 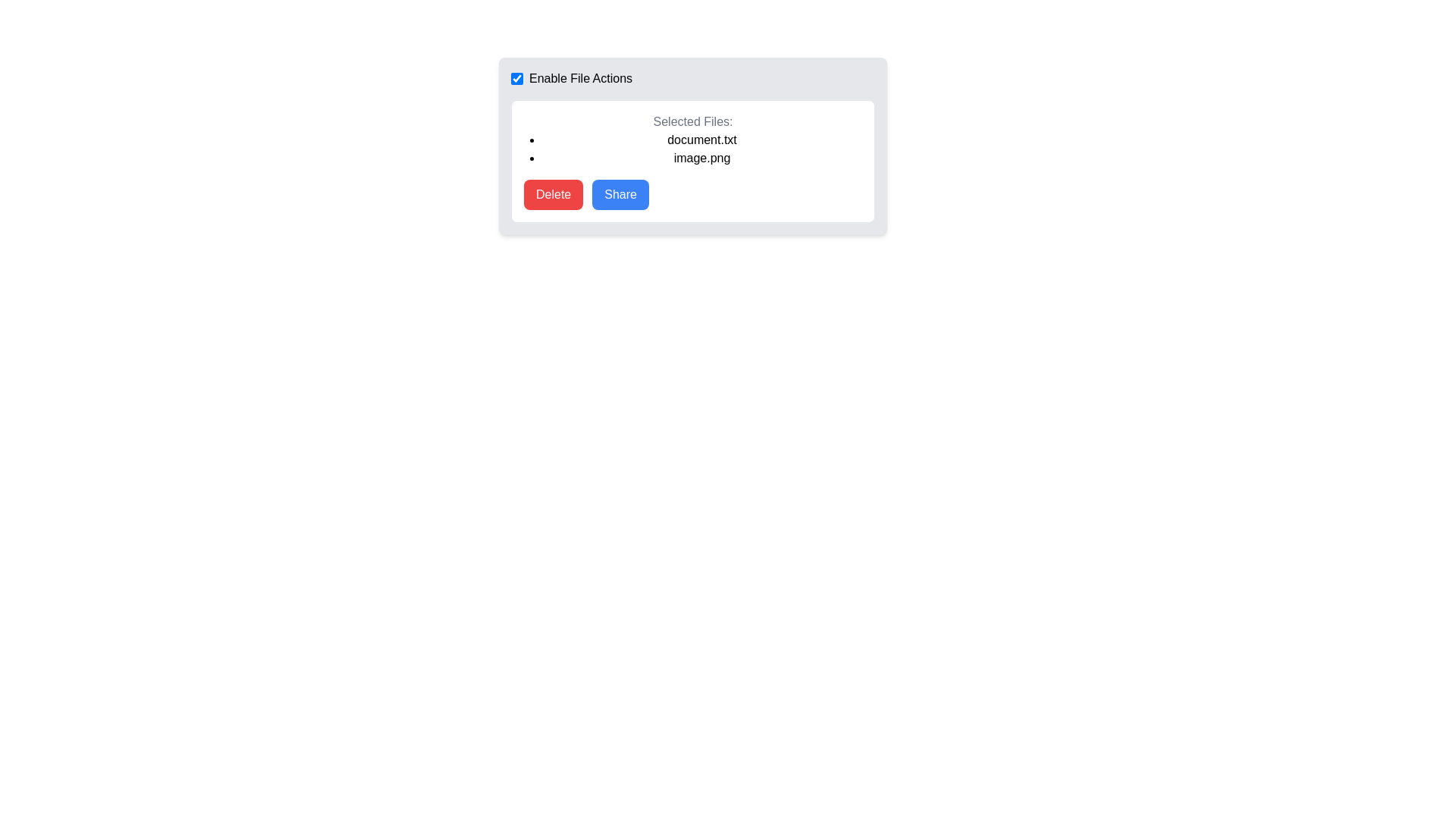 I want to click on the 'File Actions' checkbox, so click(x=692, y=79).